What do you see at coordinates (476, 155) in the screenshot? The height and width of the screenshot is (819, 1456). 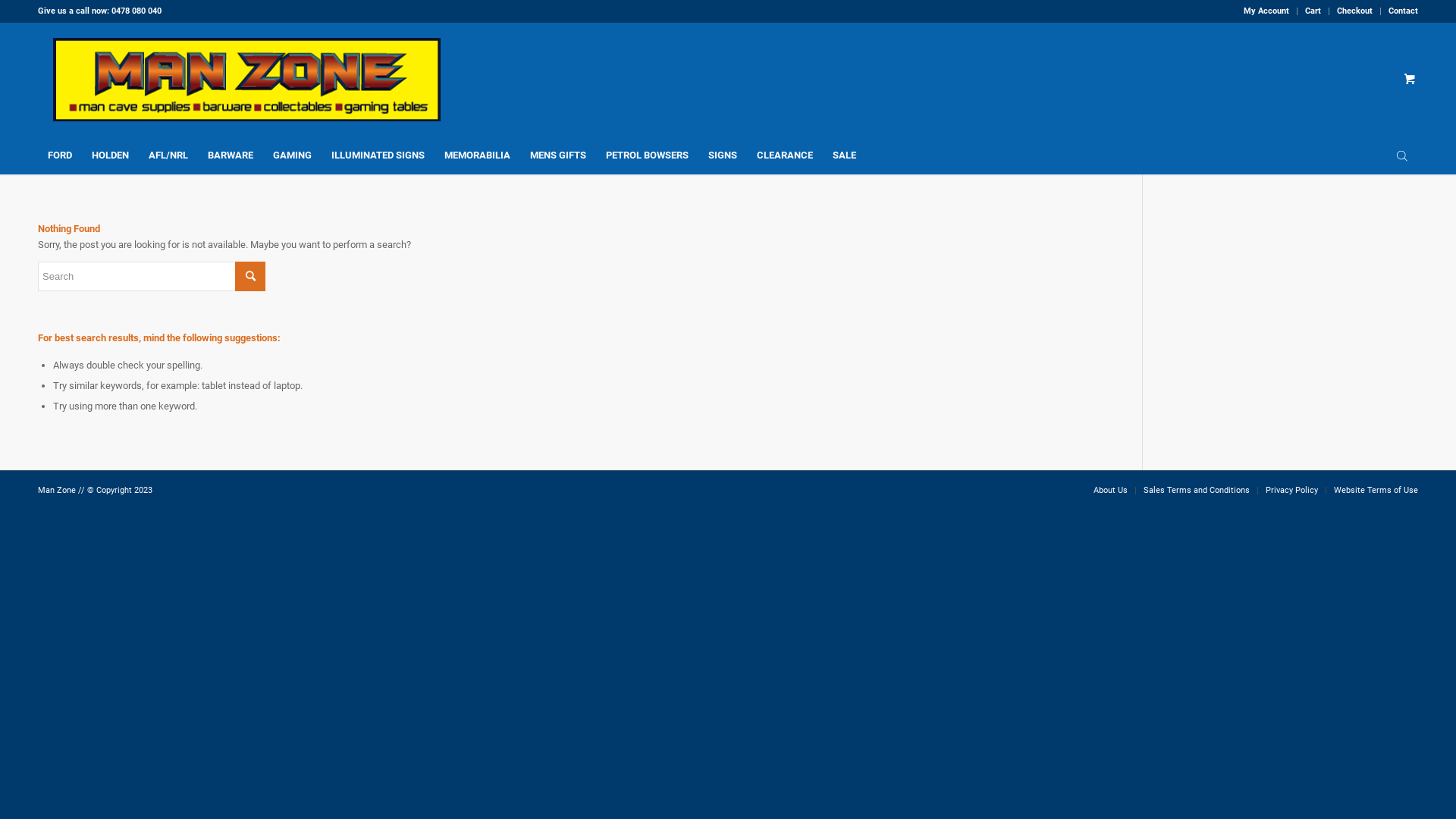 I see `'MEMORABILIA'` at bounding box center [476, 155].